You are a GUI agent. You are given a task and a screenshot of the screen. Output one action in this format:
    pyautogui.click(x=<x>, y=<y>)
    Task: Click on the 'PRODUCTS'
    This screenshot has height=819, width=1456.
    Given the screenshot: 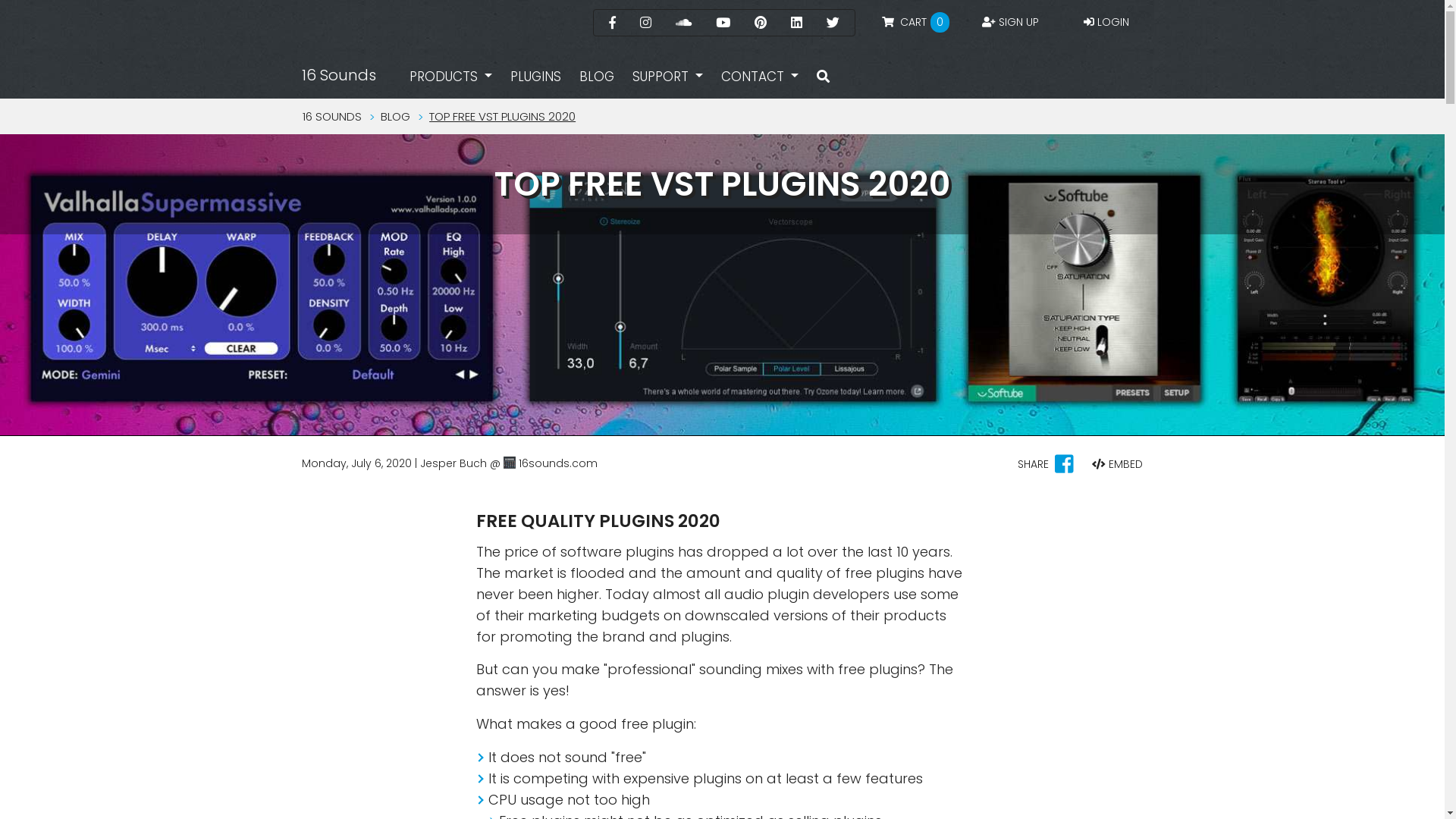 What is the action you would take?
    pyautogui.click(x=450, y=76)
    